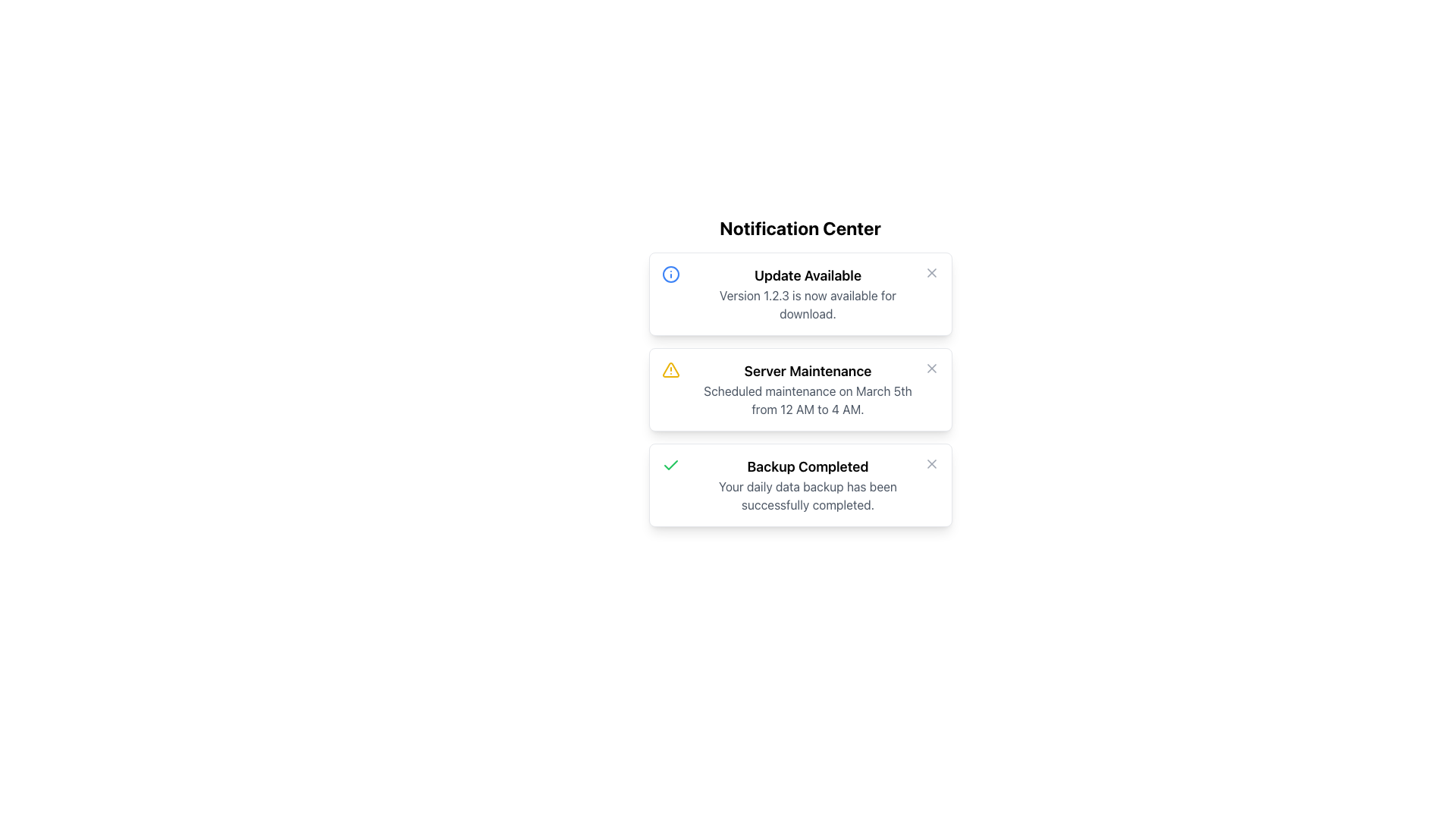 The width and height of the screenshot is (1456, 819). What do you see at coordinates (807, 466) in the screenshot?
I see `the text label indicating that the data backup operation has been completed successfully, located at the top of the notification card in the third row of vertically stacked cards` at bounding box center [807, 466].